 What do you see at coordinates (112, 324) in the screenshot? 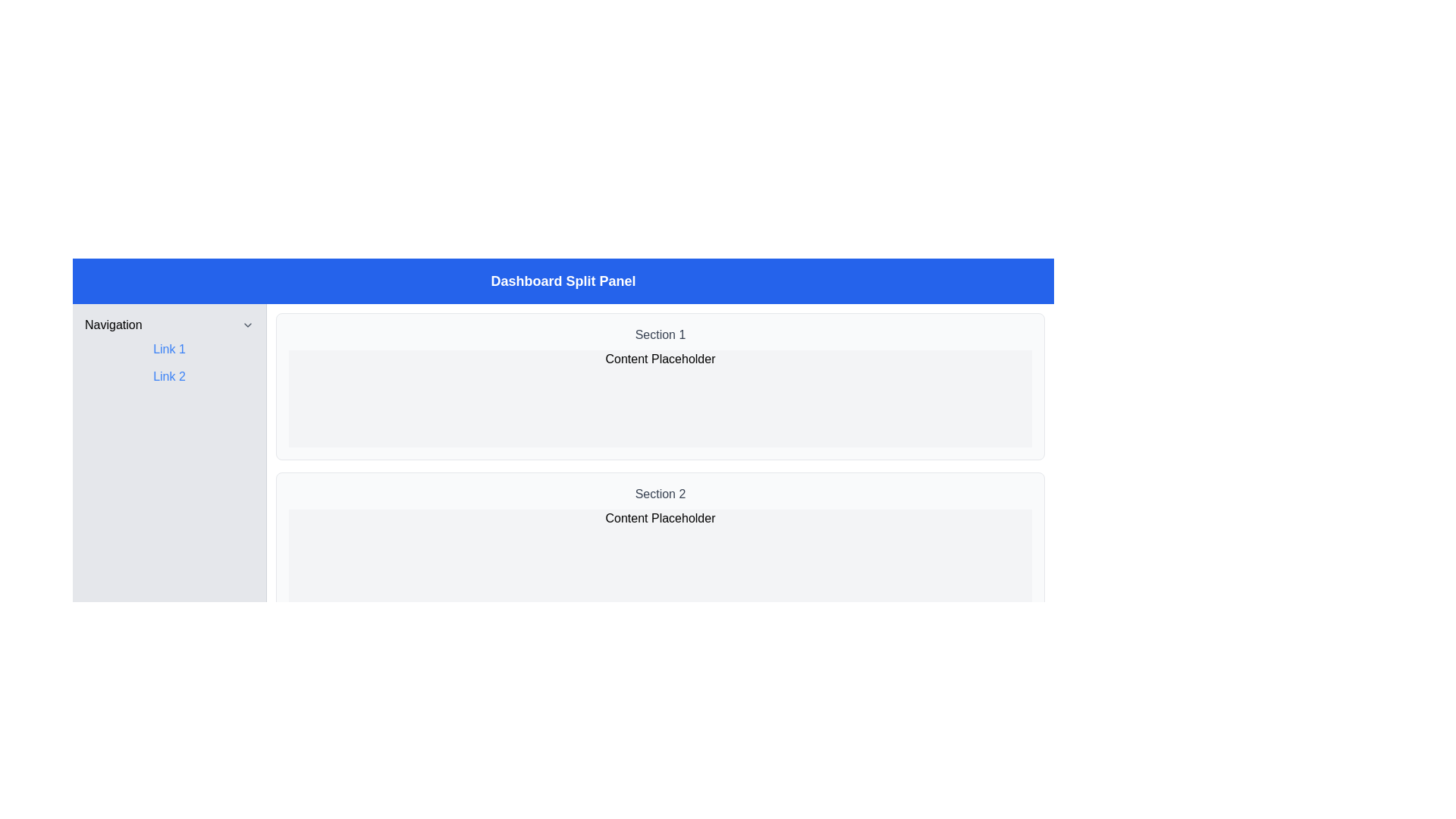
I see `Text label located in the top-left corner of the sidebar, which serves as a title or label for the navigation section` at bounding box center [112, 324].